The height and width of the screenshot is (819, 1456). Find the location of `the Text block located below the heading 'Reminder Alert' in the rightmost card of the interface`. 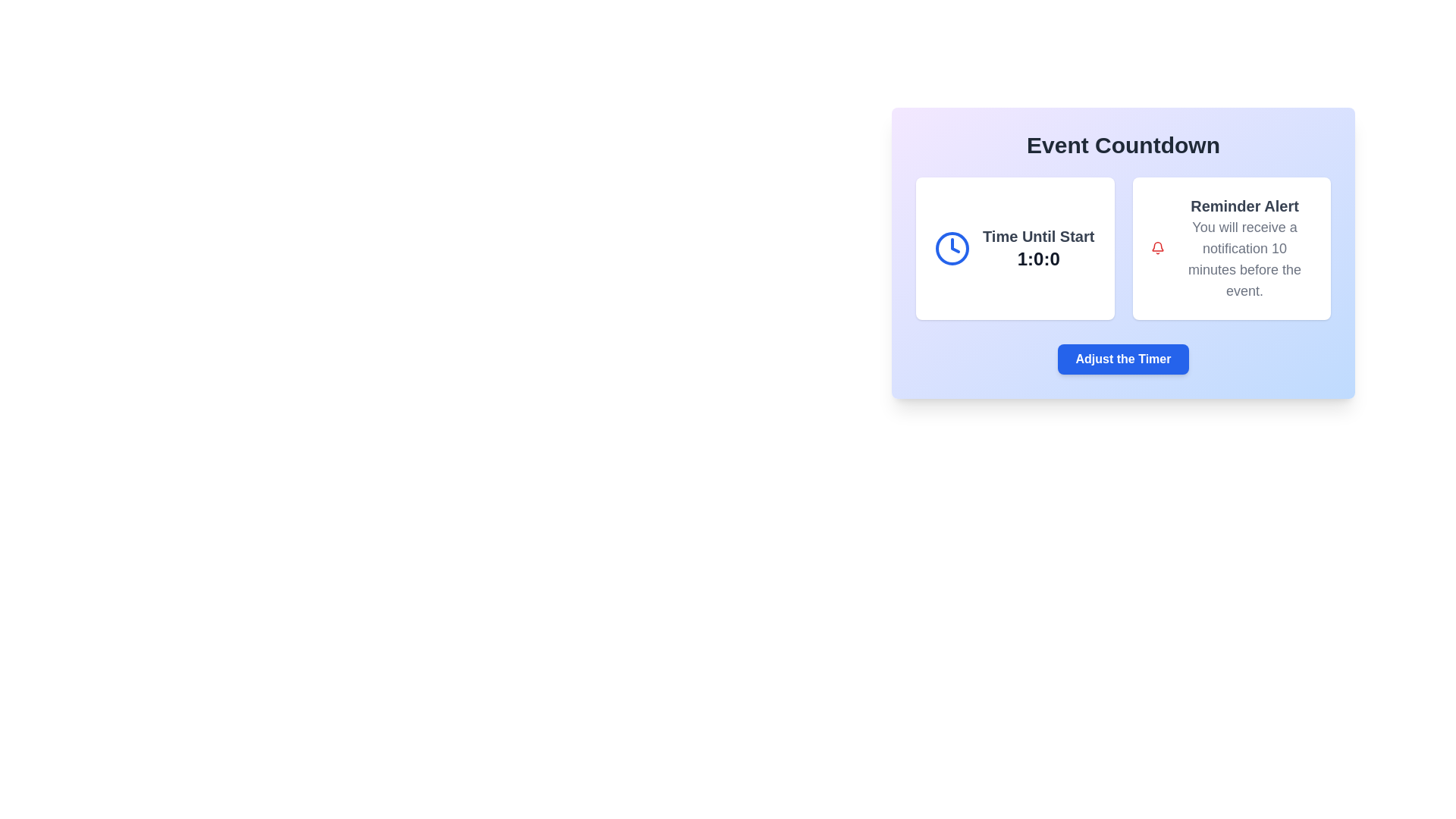

the Text block located below the heading 'Reminder Alert' in the rightmost card of the interface is located at coordinates (1244, 259).